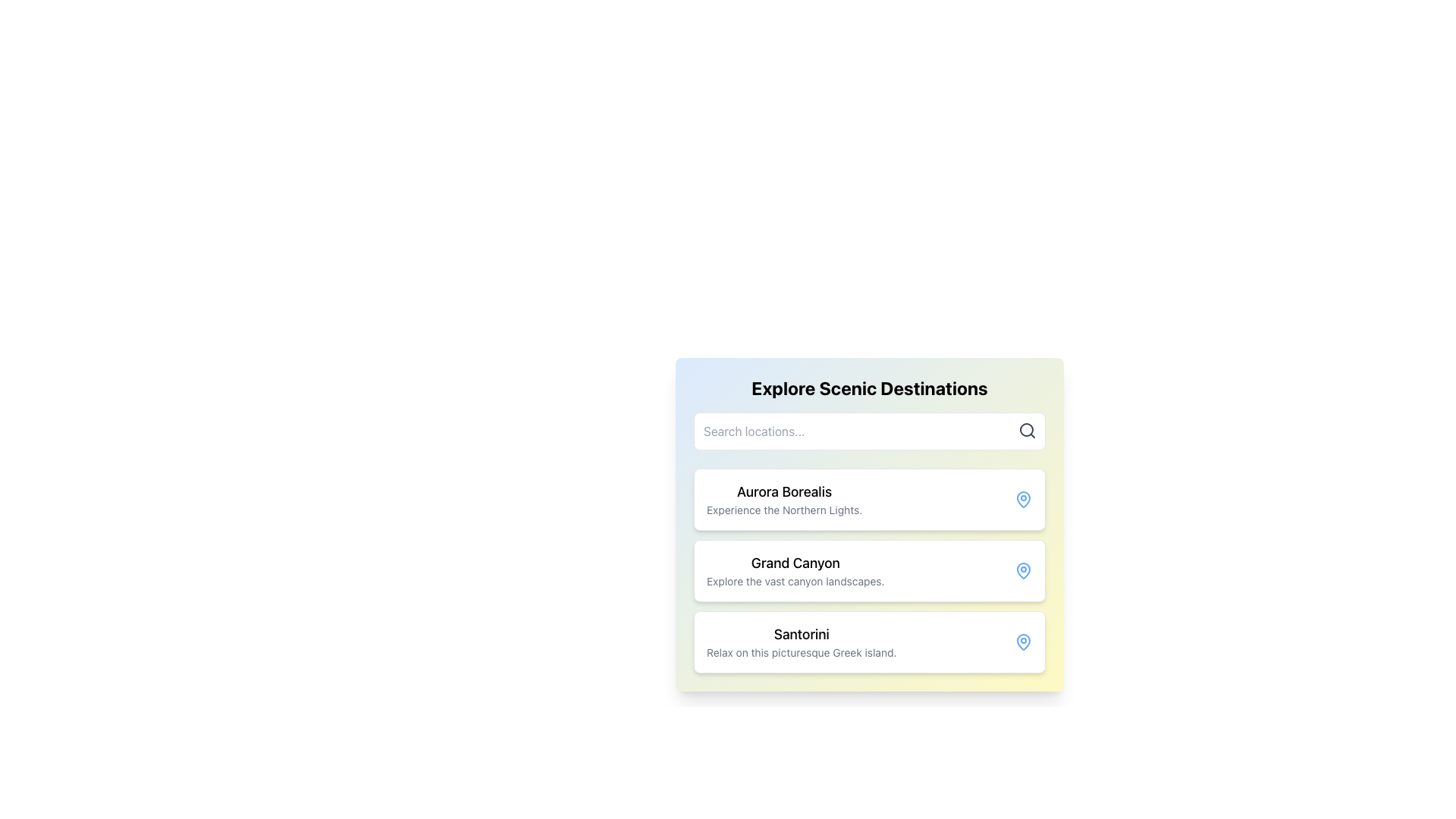  Describe the element at coordinates (870, 500) in the screenshot. I see `the Aurora Borealis destination card, which is the top card` at that location.